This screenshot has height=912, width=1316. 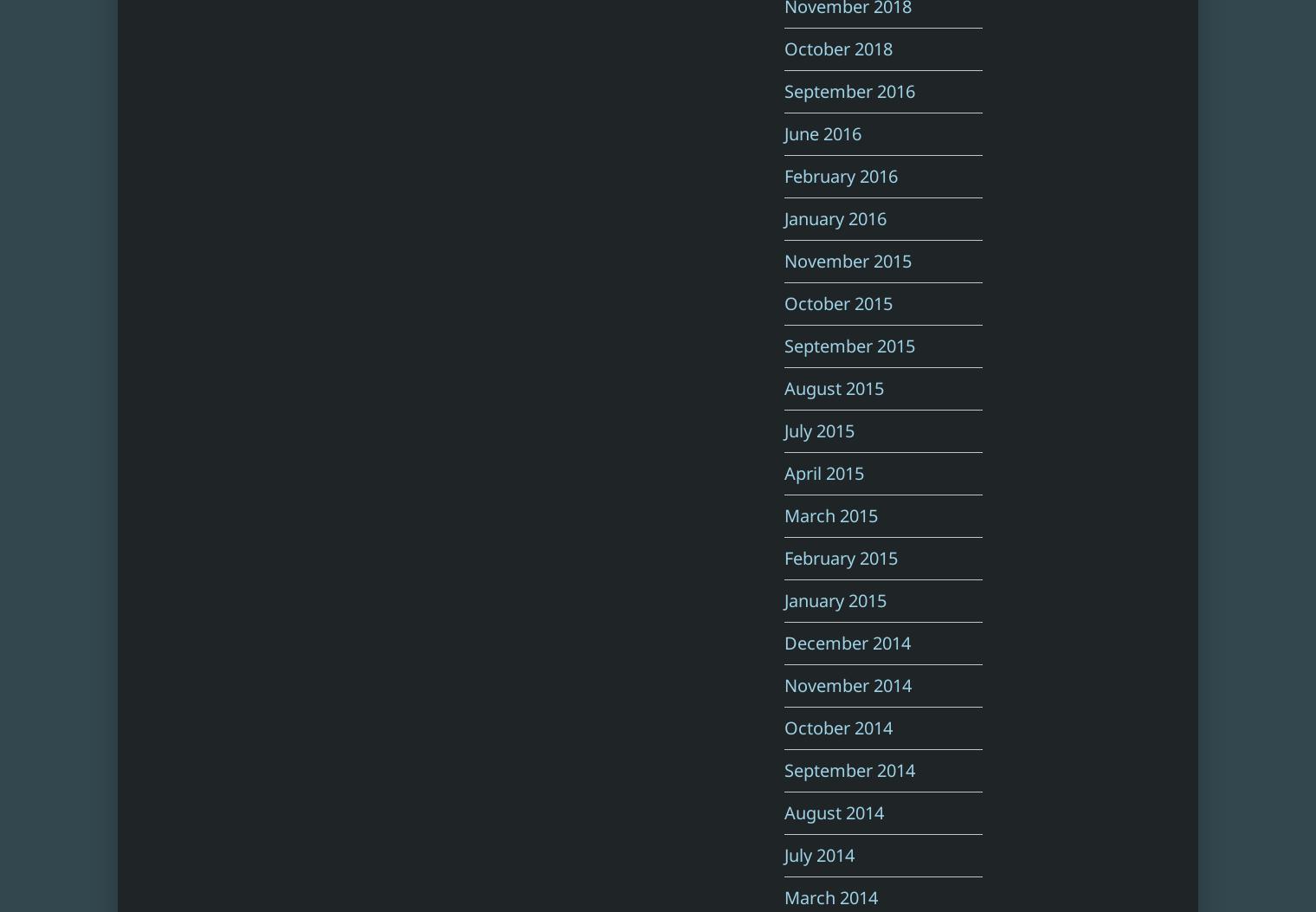 What do you see at coordinates (837, 727) in the screenshot?
I see `'October 2014'` at bounding box center [837, 727].